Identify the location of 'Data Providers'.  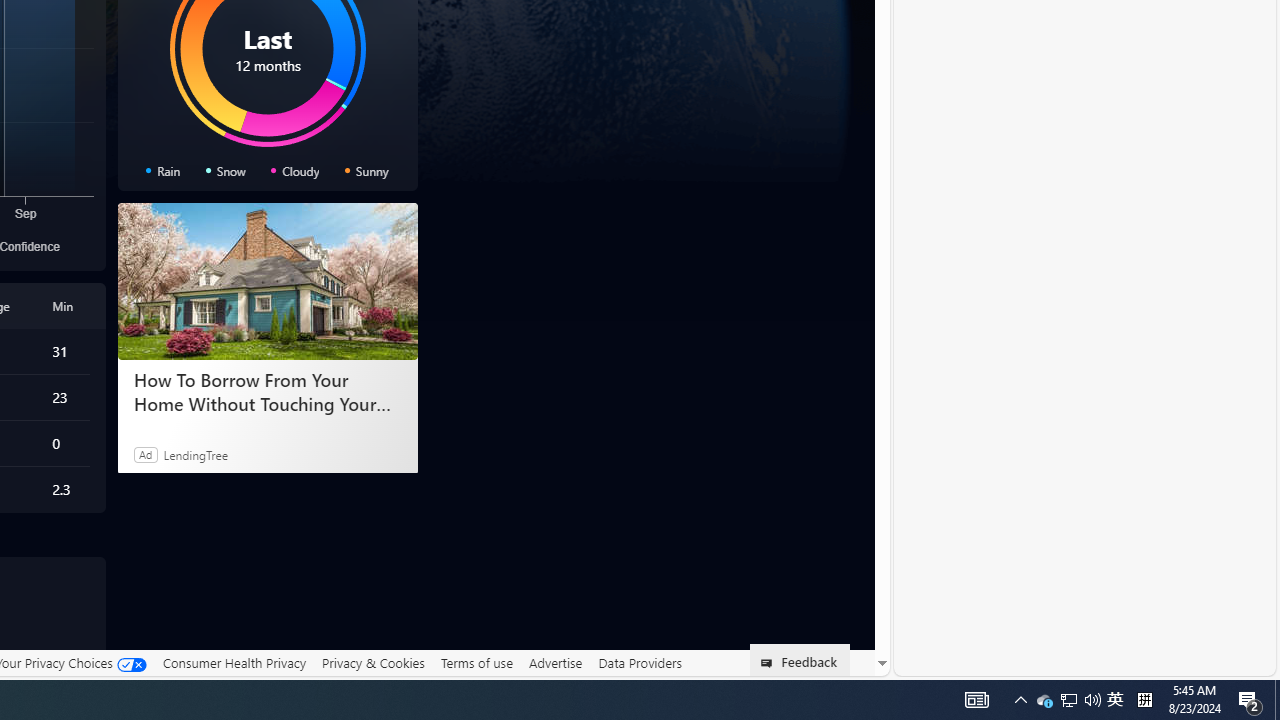
(640, 663).